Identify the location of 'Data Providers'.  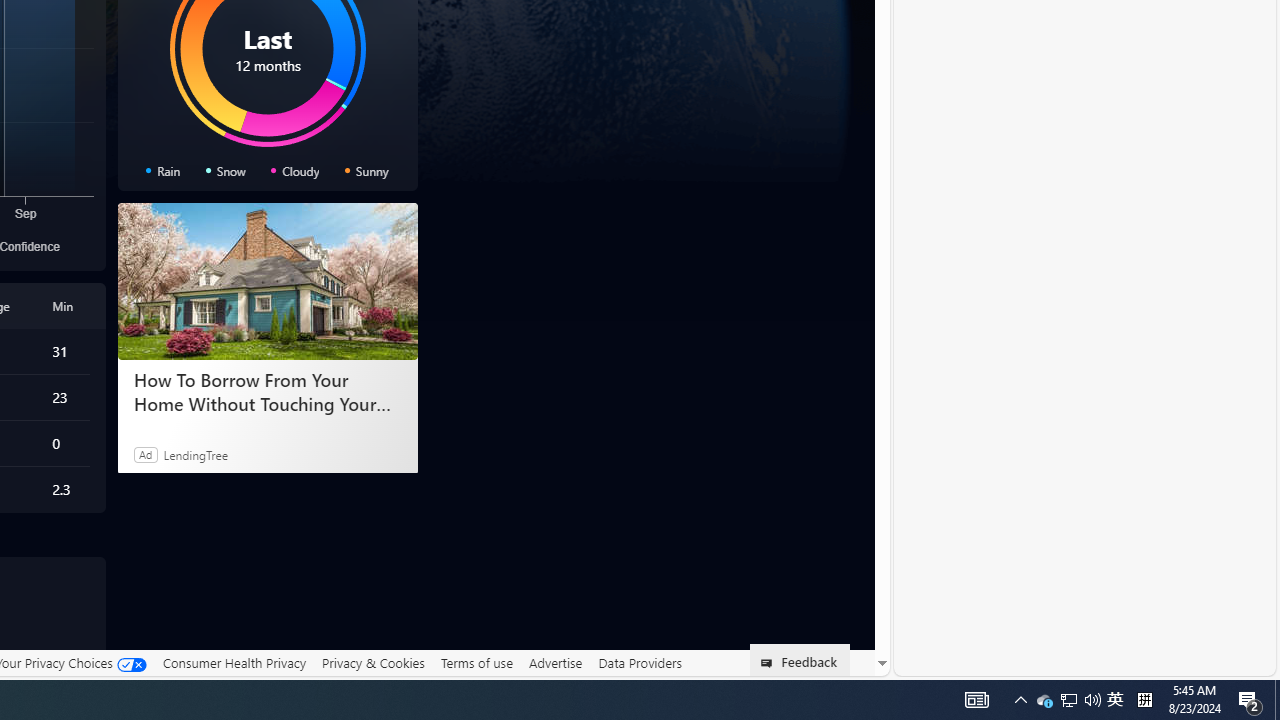
(640, 663).